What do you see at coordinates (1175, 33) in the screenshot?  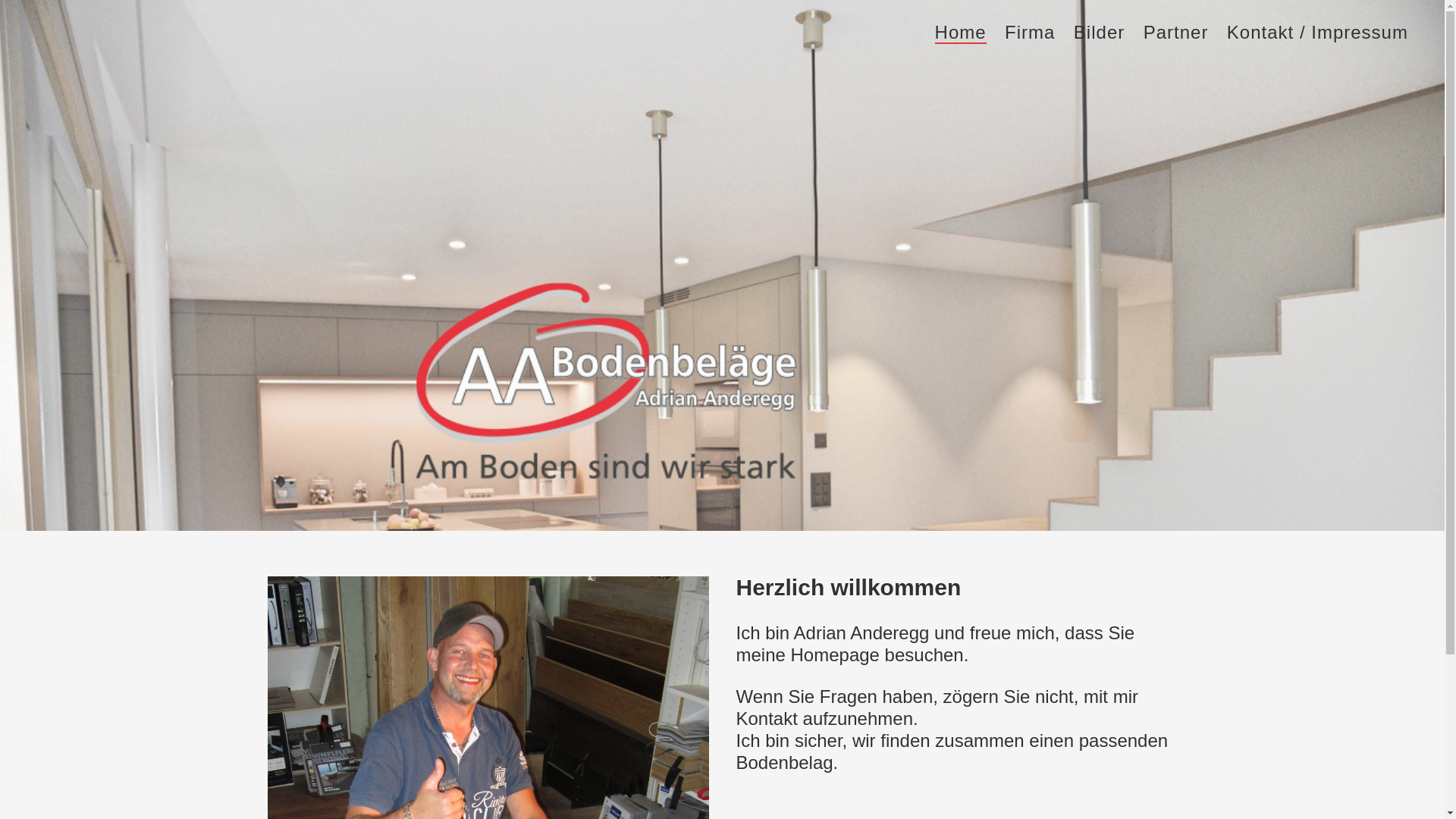 I see `'Partner'` at bounding box center [1175, 33].